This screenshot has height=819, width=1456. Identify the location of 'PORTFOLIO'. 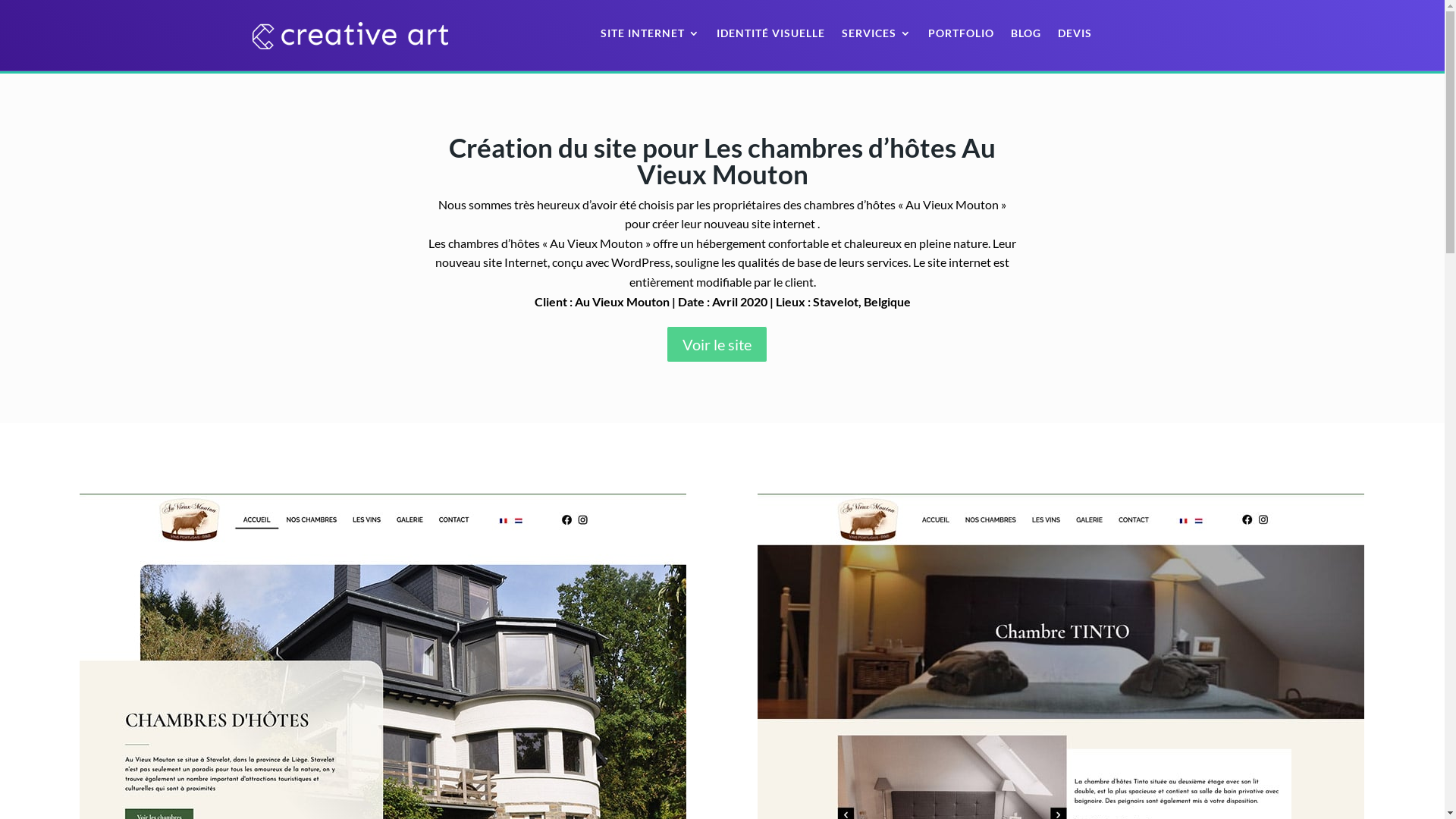
(960, 35).